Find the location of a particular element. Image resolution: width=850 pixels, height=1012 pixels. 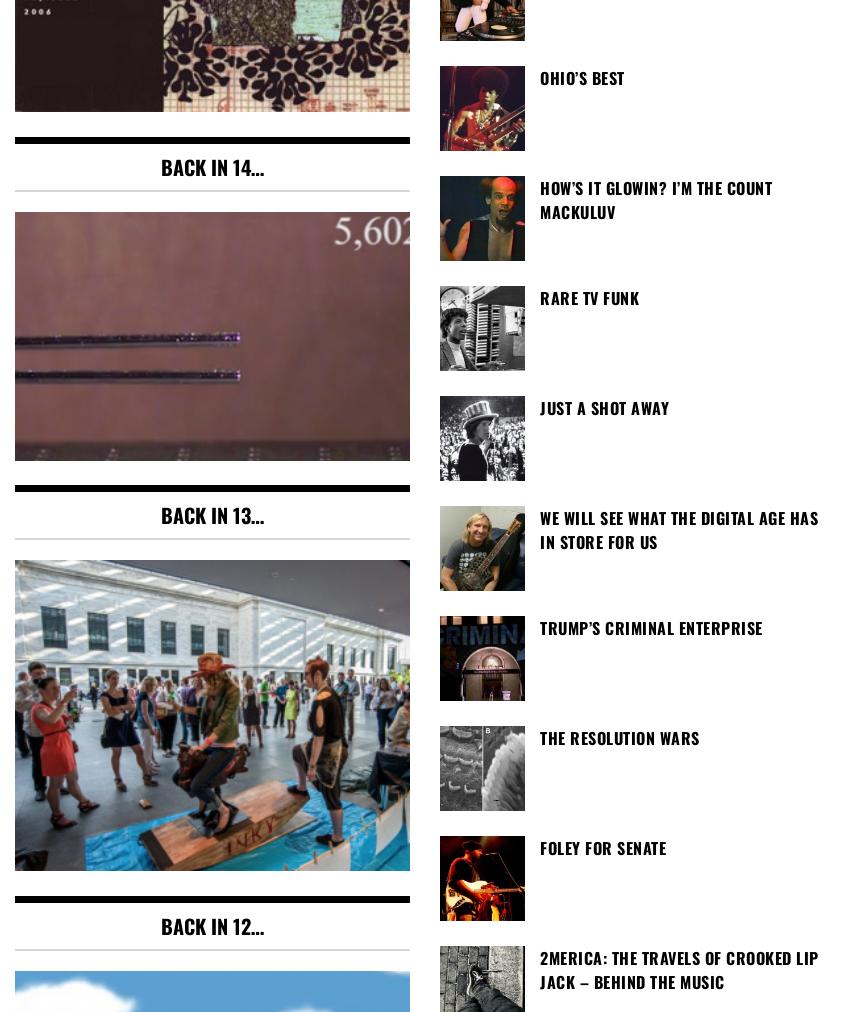

'Back in 13…' is located at coordinates (211, 514).